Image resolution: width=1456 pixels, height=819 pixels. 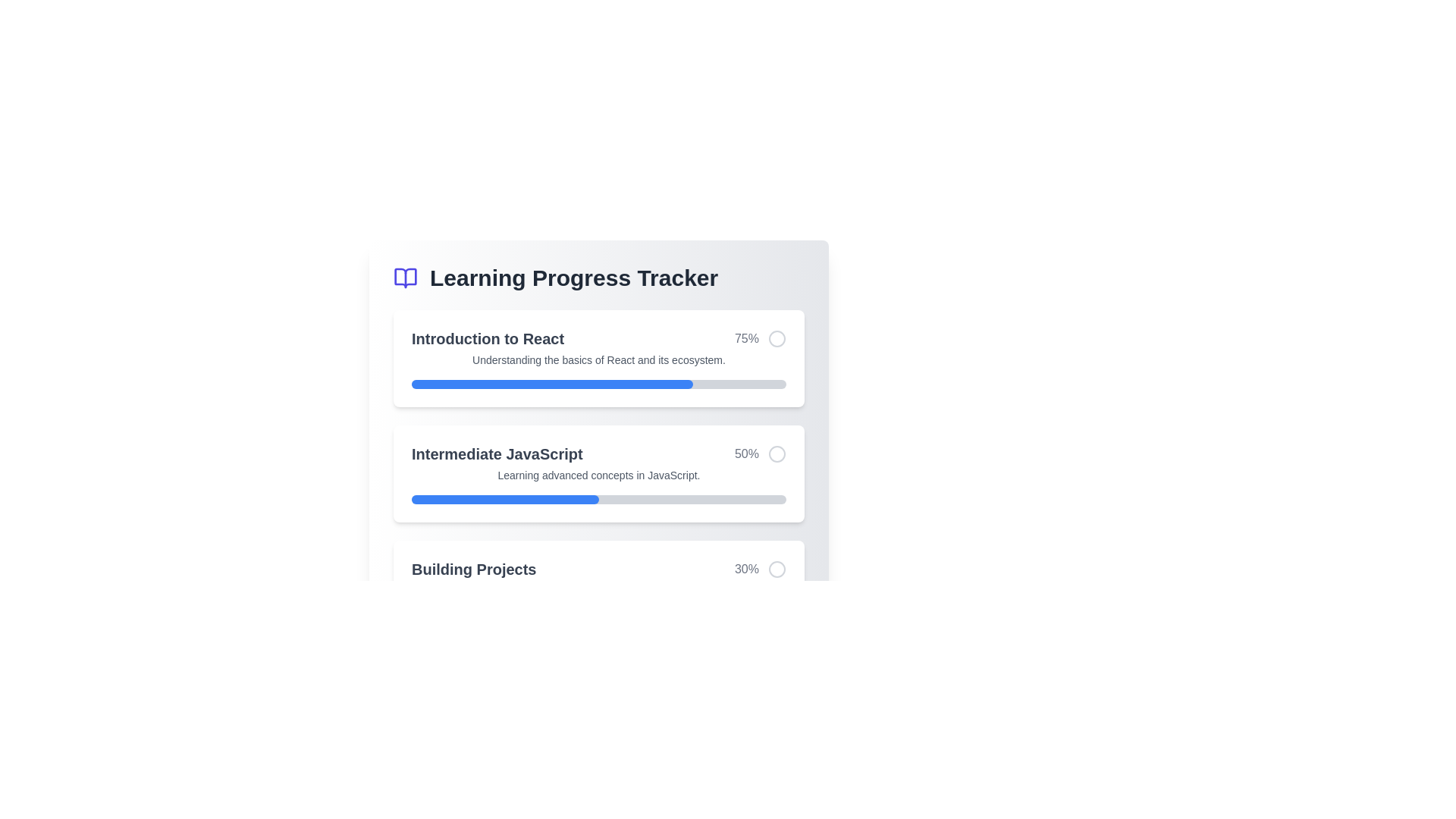 I want to click on the decorative learning icon located at the top-left corner of the 'Learning Progress Tracker' card, so click(x=405, y=278).